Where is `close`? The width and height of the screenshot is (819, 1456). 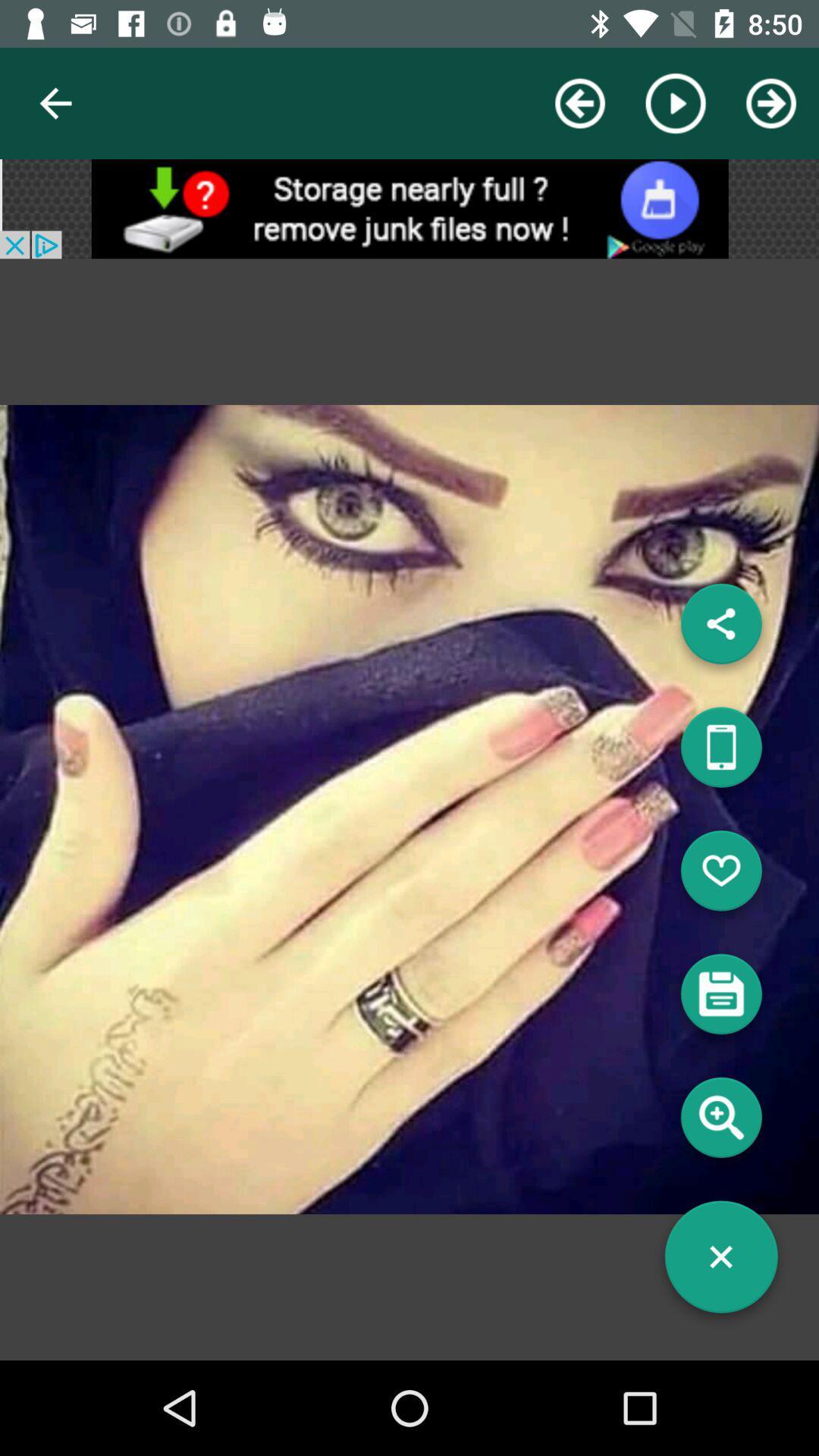
close is located at coordinates (720, 1263).